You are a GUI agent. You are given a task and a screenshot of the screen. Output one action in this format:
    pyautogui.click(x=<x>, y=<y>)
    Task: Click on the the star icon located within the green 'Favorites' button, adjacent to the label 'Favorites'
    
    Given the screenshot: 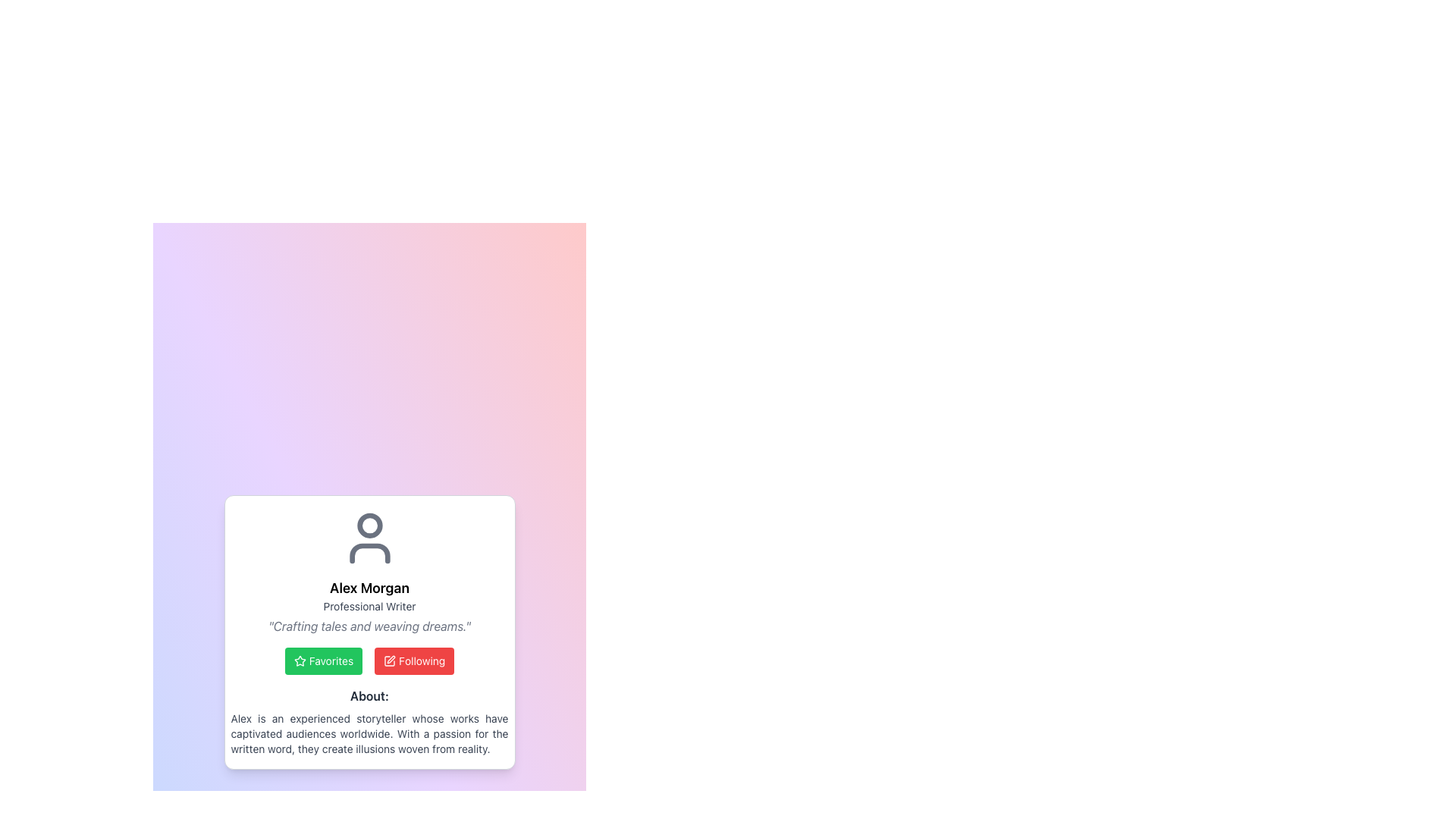 What is the action you would take?
    pyautogui.click(x=300, y=660)
    